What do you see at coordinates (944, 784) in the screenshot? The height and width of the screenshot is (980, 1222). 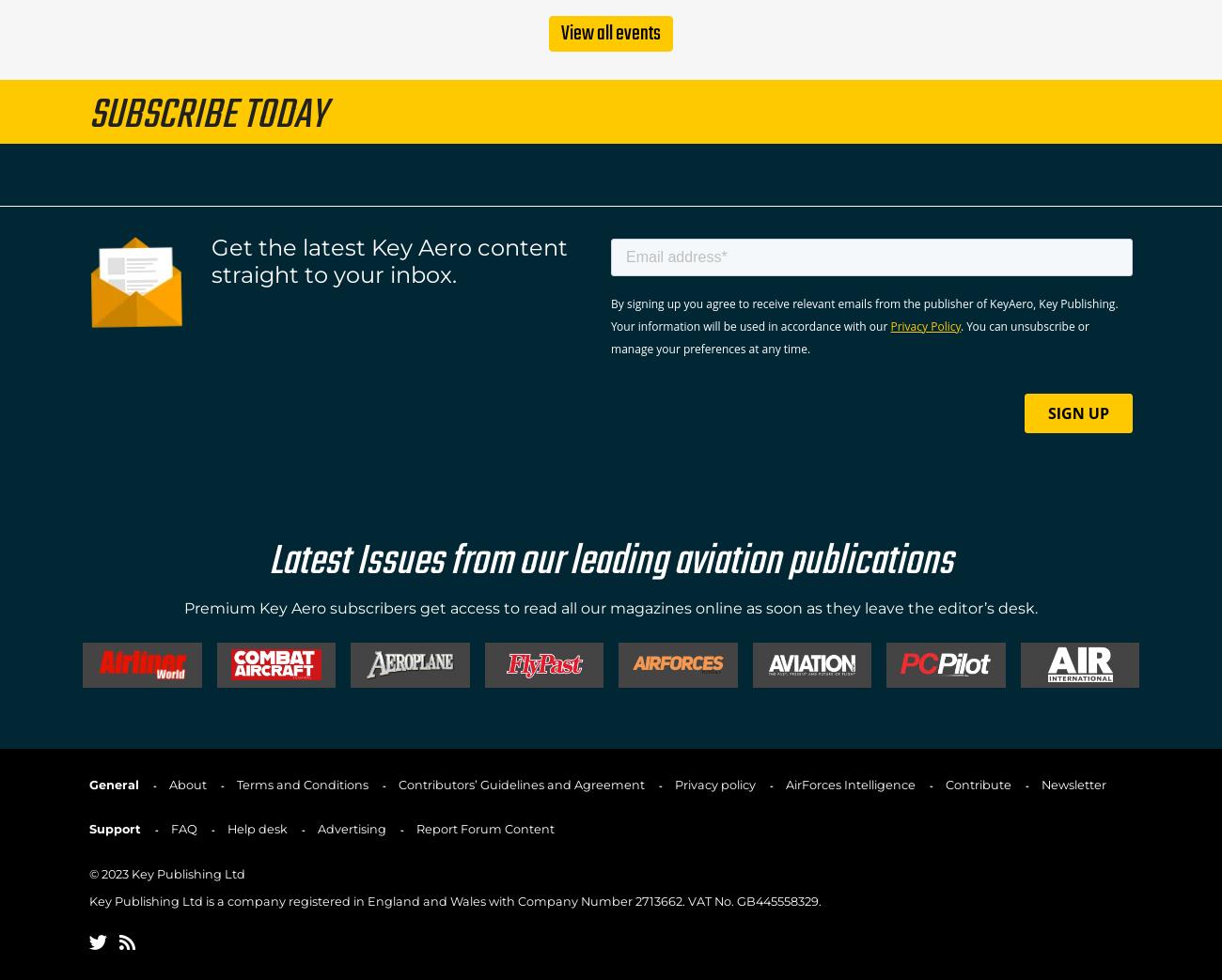 I see `'Contribute'` at bounding box center [944, 784].